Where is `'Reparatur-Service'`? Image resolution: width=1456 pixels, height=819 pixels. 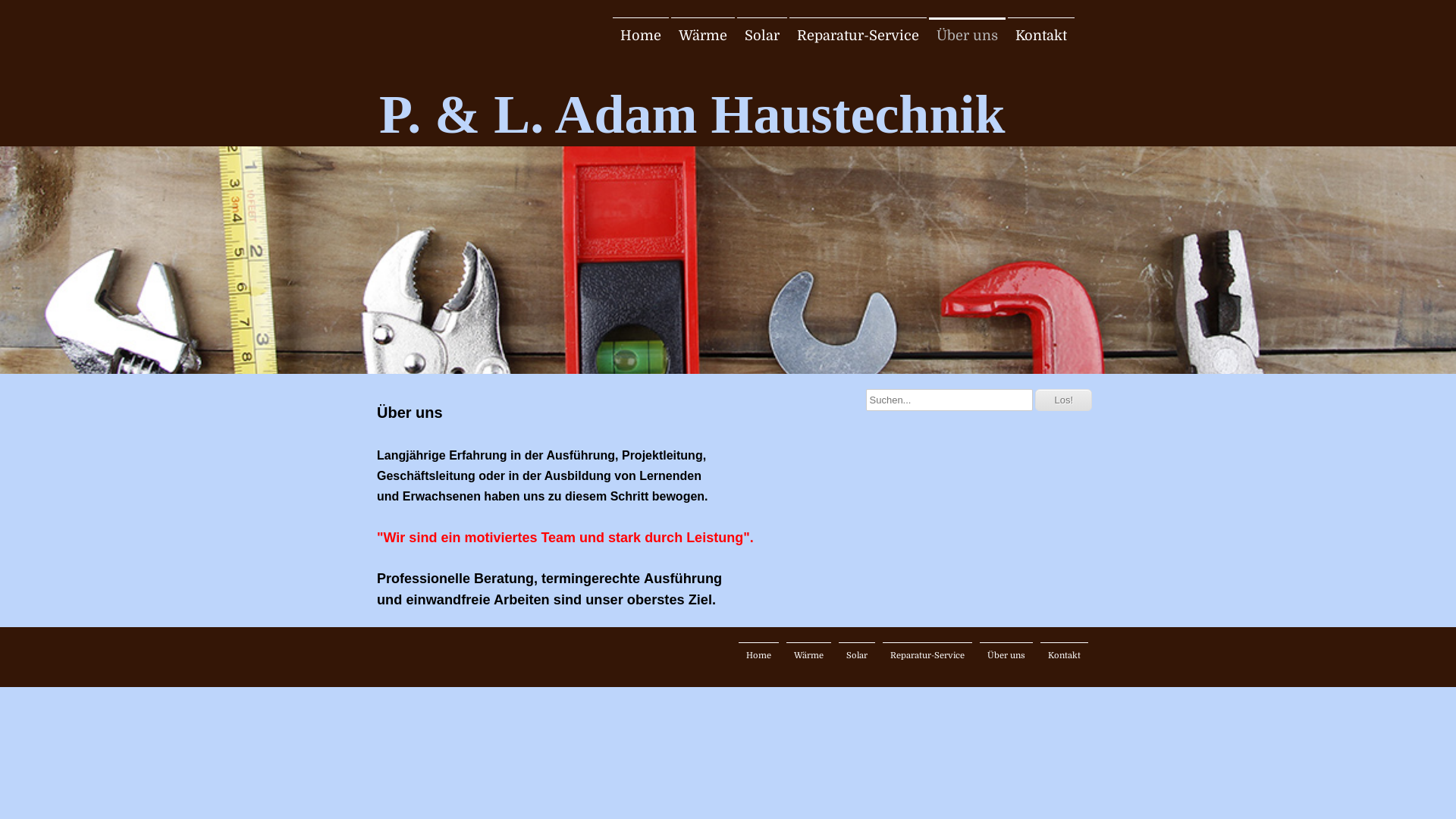
'Reparatur-Service' is located at coordinates (858, 34).